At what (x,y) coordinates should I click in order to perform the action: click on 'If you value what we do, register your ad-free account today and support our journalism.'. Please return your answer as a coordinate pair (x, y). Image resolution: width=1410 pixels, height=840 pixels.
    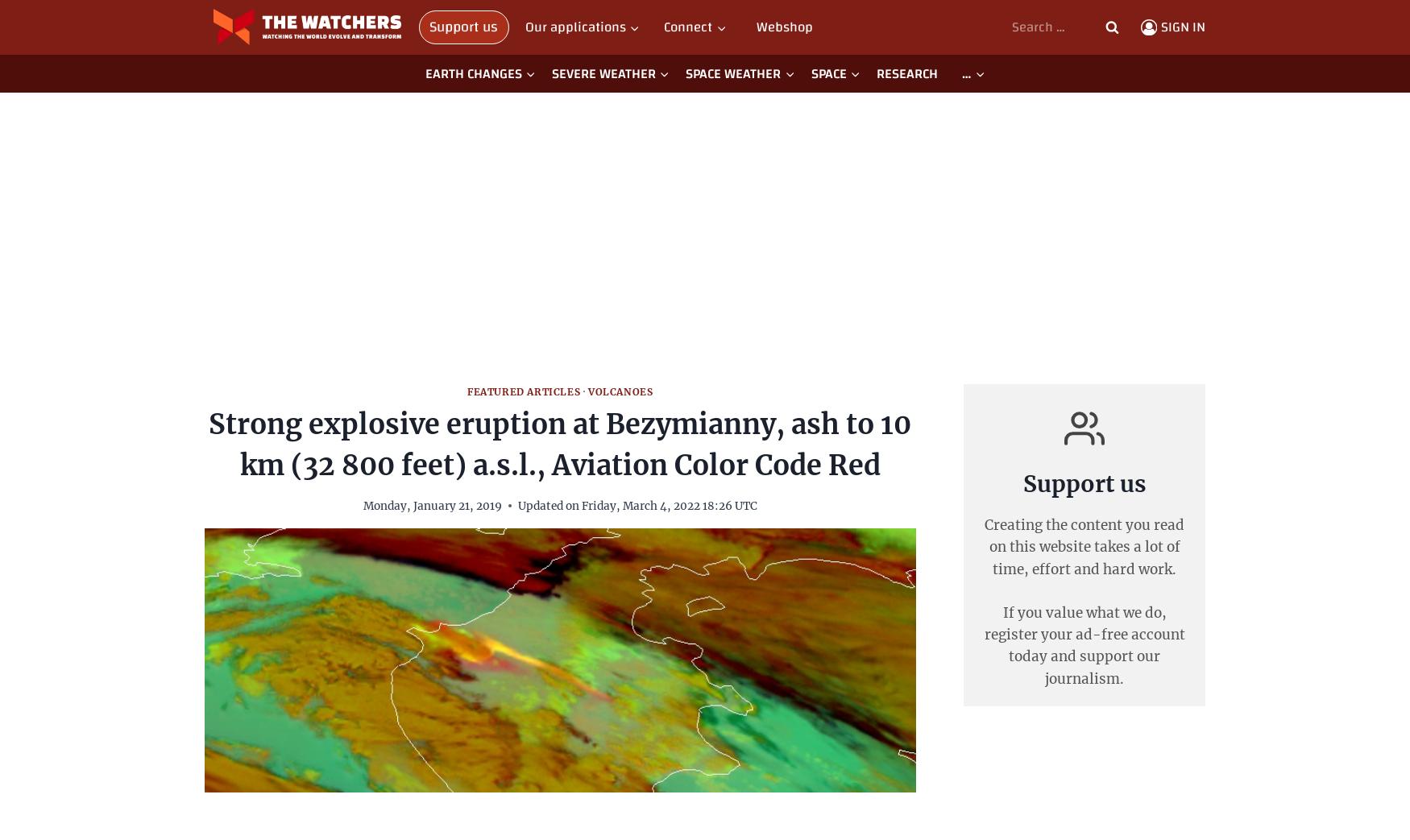
    Looking at the image, I should click on (1084, 644).